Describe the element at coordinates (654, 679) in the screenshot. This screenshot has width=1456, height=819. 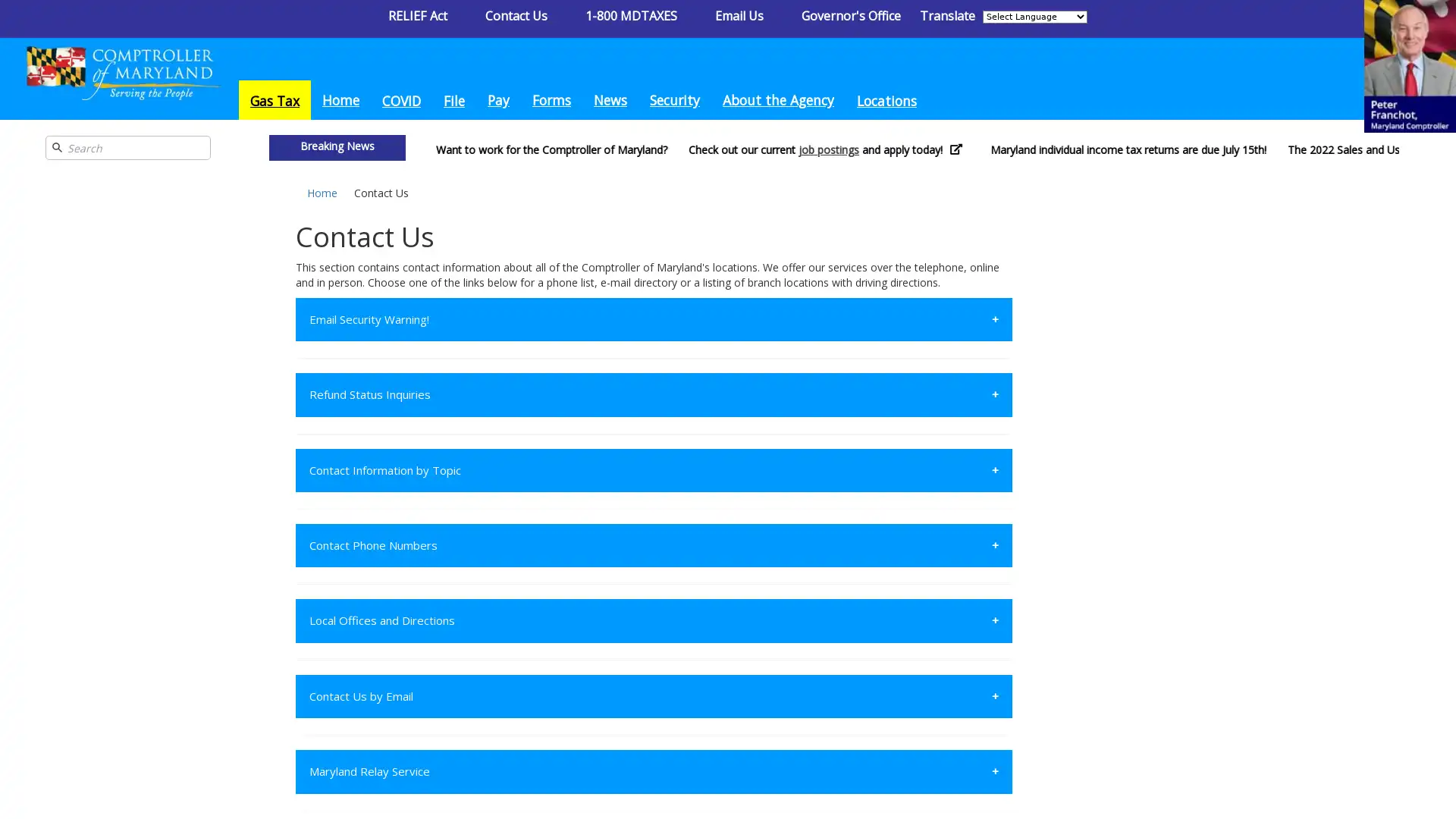
I see `Contact Compliance +` at that location.